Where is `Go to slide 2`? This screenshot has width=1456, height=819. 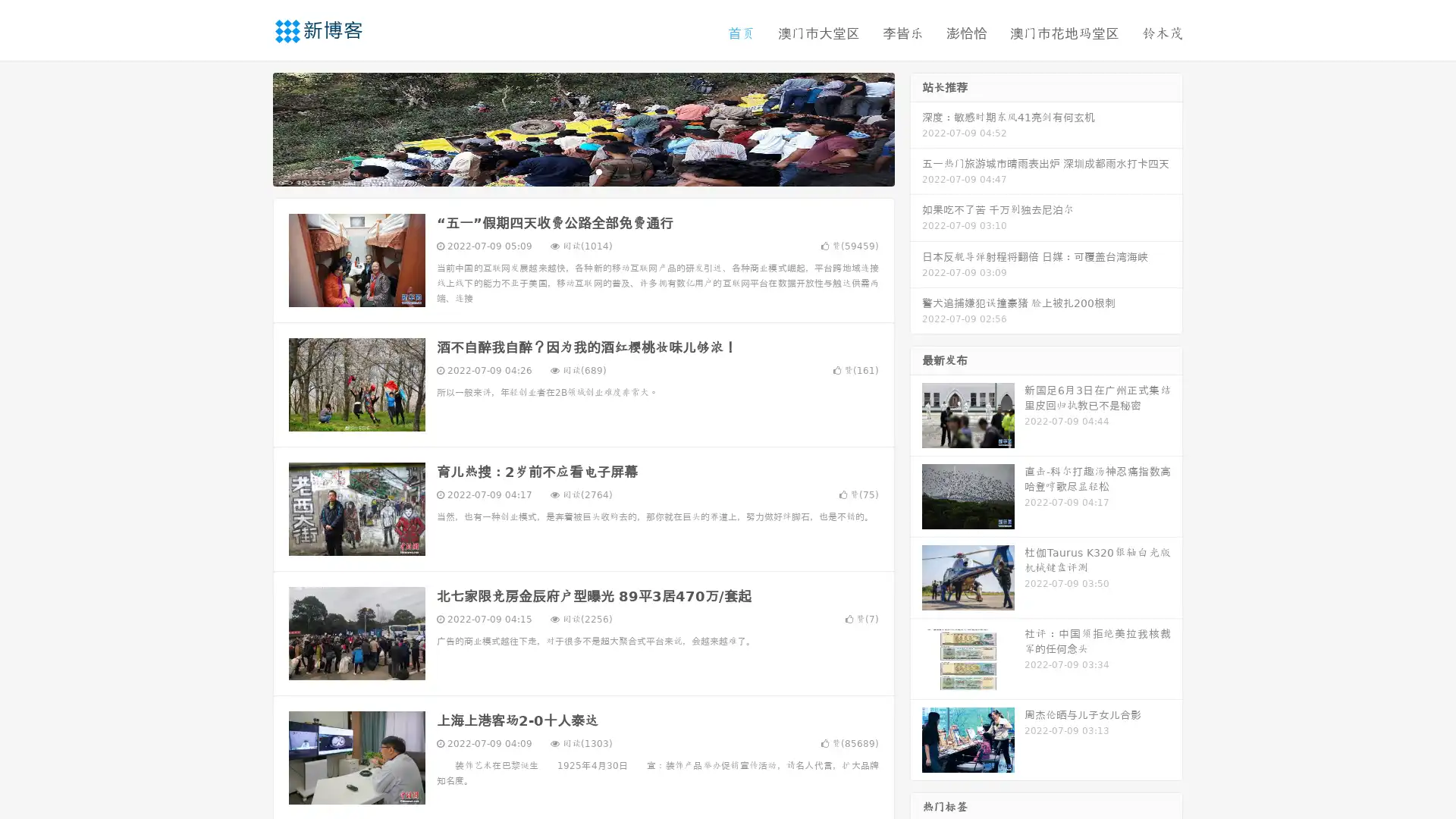 Go to slide 2 is located at coordinates (582, 171).